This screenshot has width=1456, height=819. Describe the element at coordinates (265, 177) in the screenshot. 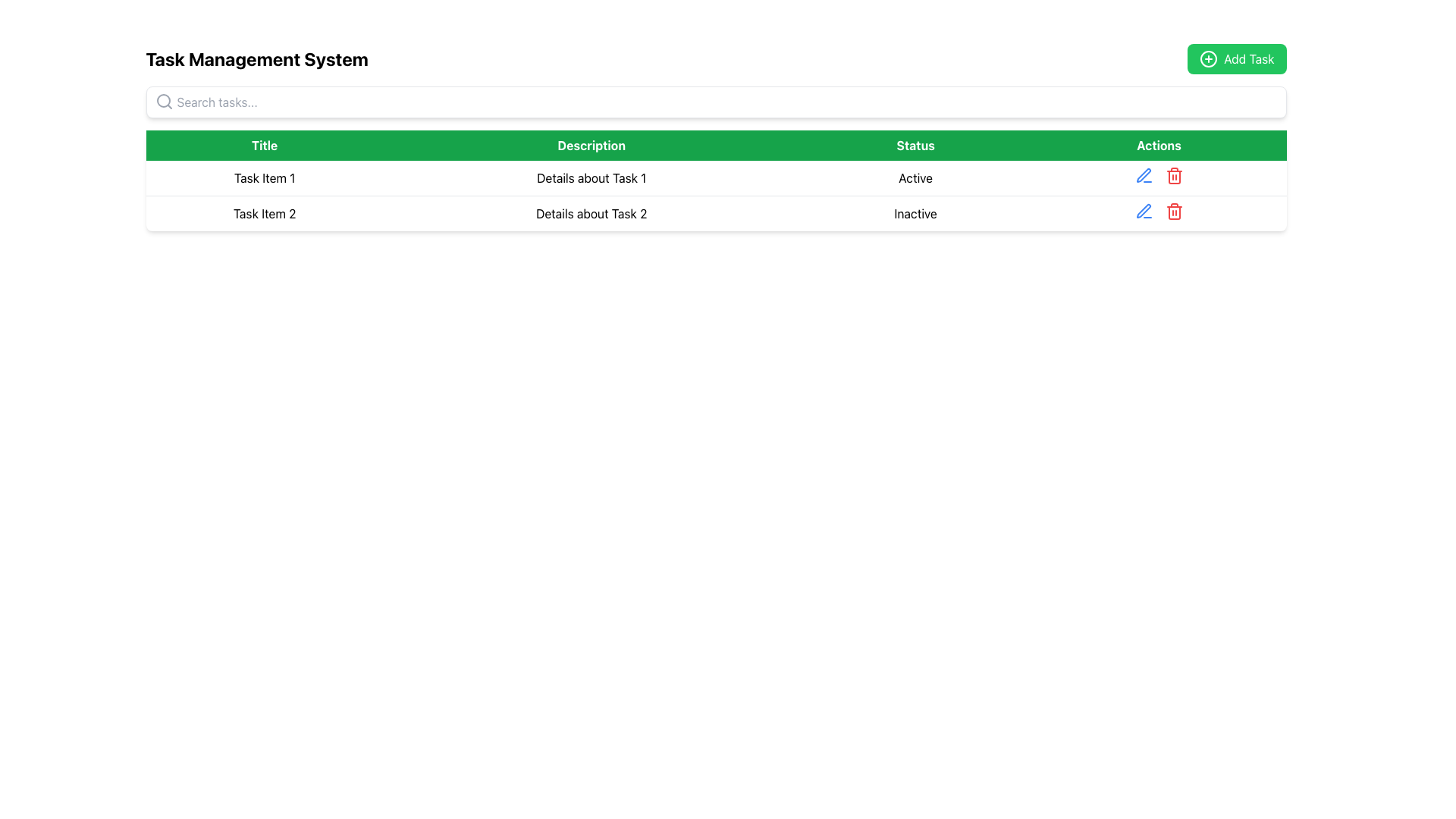

I see `the title text label of a task in the task management system, which is located under the 'Title' column, above 'Task Item 2', and to the left of 'Details about Task 1'` at that location.